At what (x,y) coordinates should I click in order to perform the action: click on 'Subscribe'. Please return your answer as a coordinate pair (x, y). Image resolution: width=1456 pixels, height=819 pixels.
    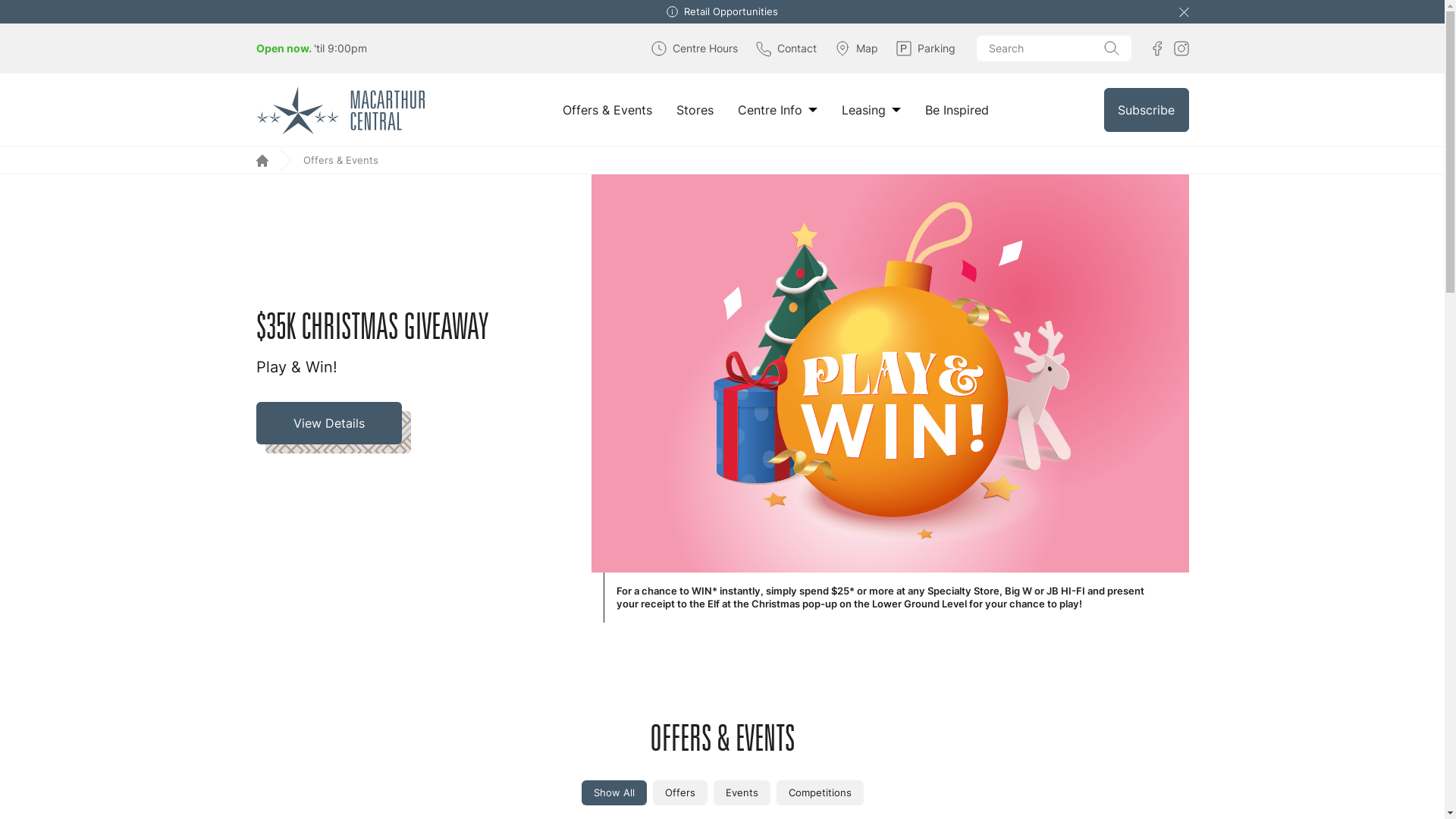
    Looking at the image, I should click on (1147, 109).